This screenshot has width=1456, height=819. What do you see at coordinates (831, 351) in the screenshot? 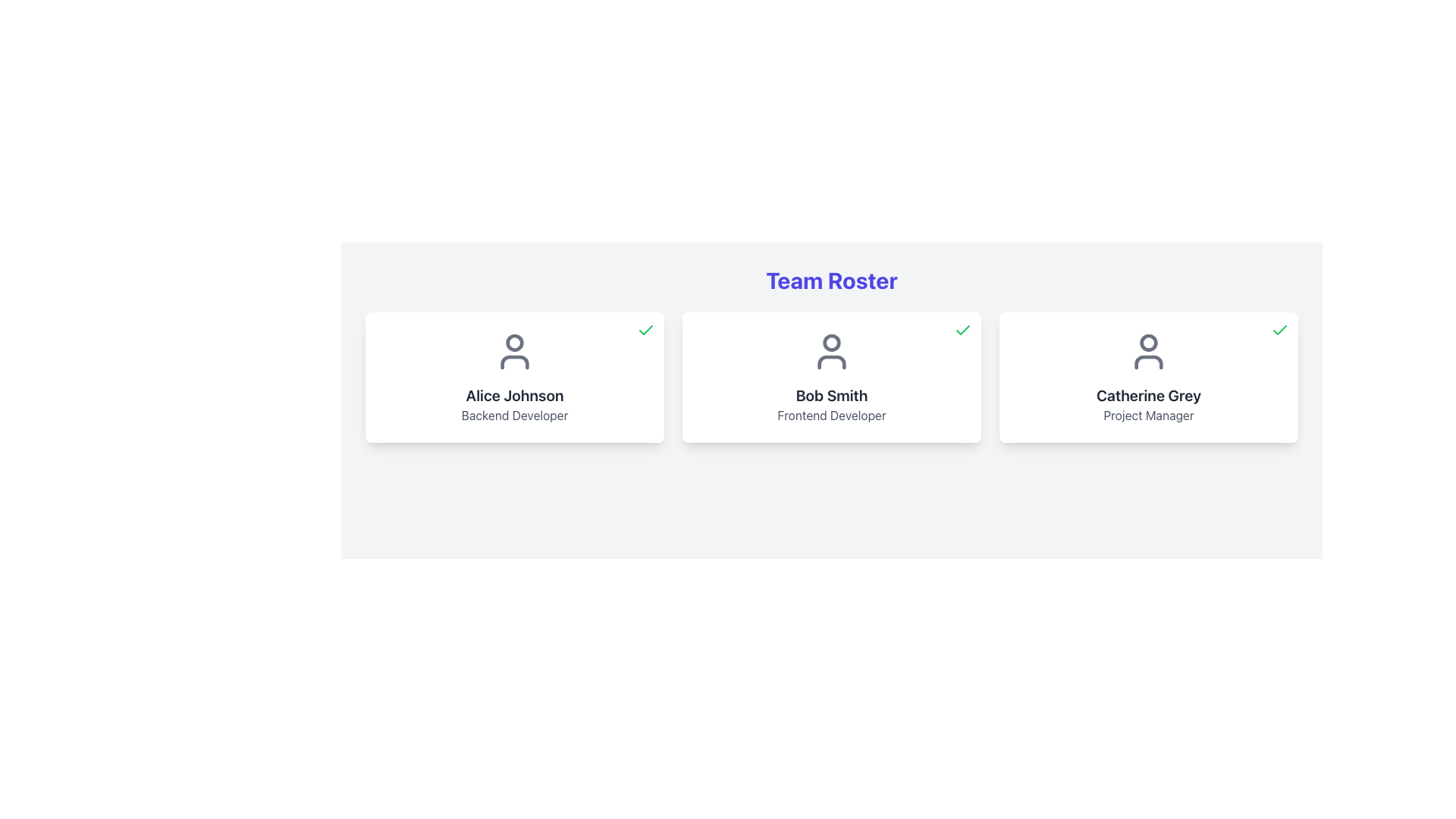
I see `the profile image icon representing 'Bob Smith' at the top-center of his card in the 'Team Roster'` at bounding box center [831, 351].